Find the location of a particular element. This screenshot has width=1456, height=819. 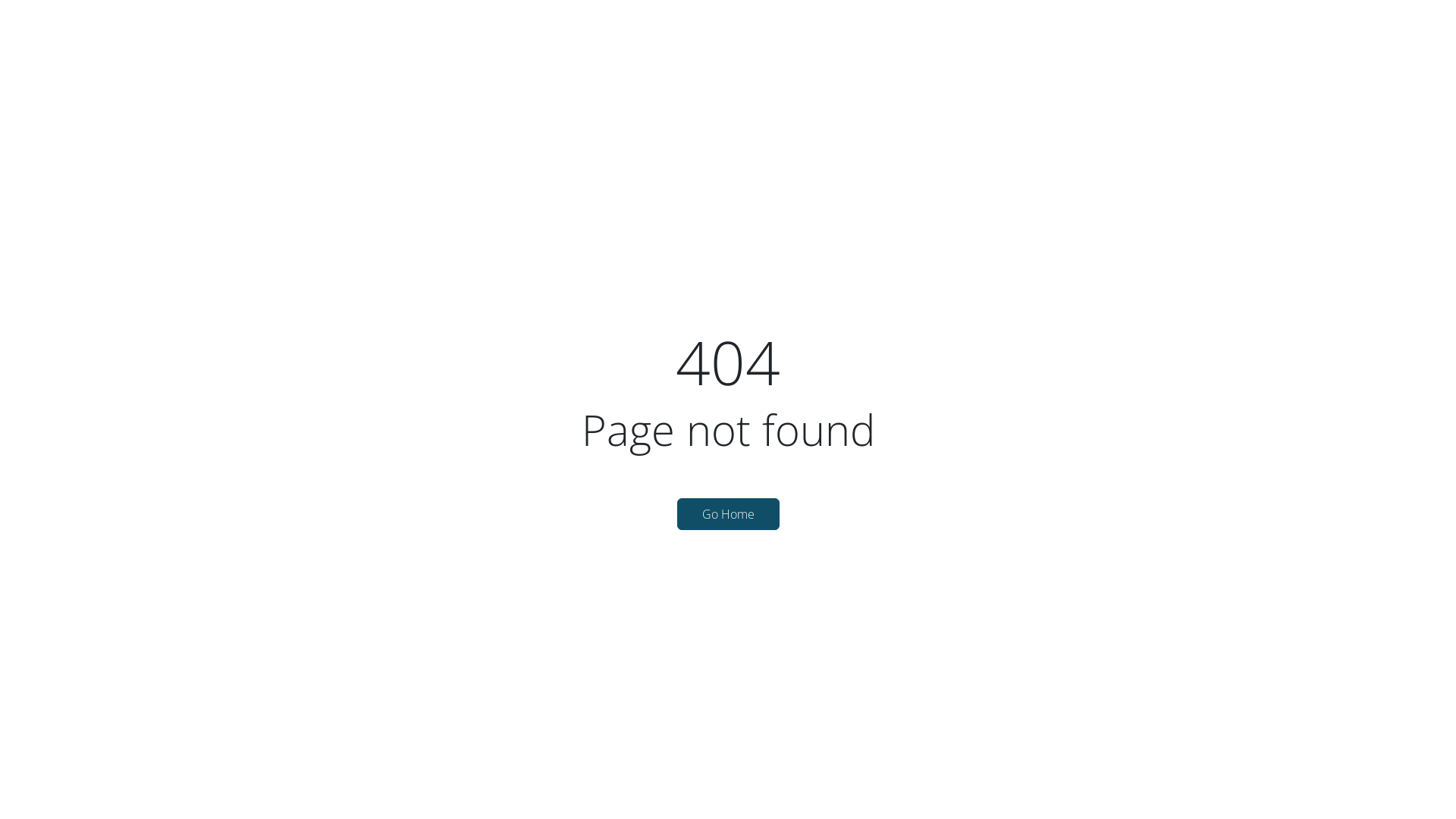

'Go Home' is located at coordinates (726, 513).